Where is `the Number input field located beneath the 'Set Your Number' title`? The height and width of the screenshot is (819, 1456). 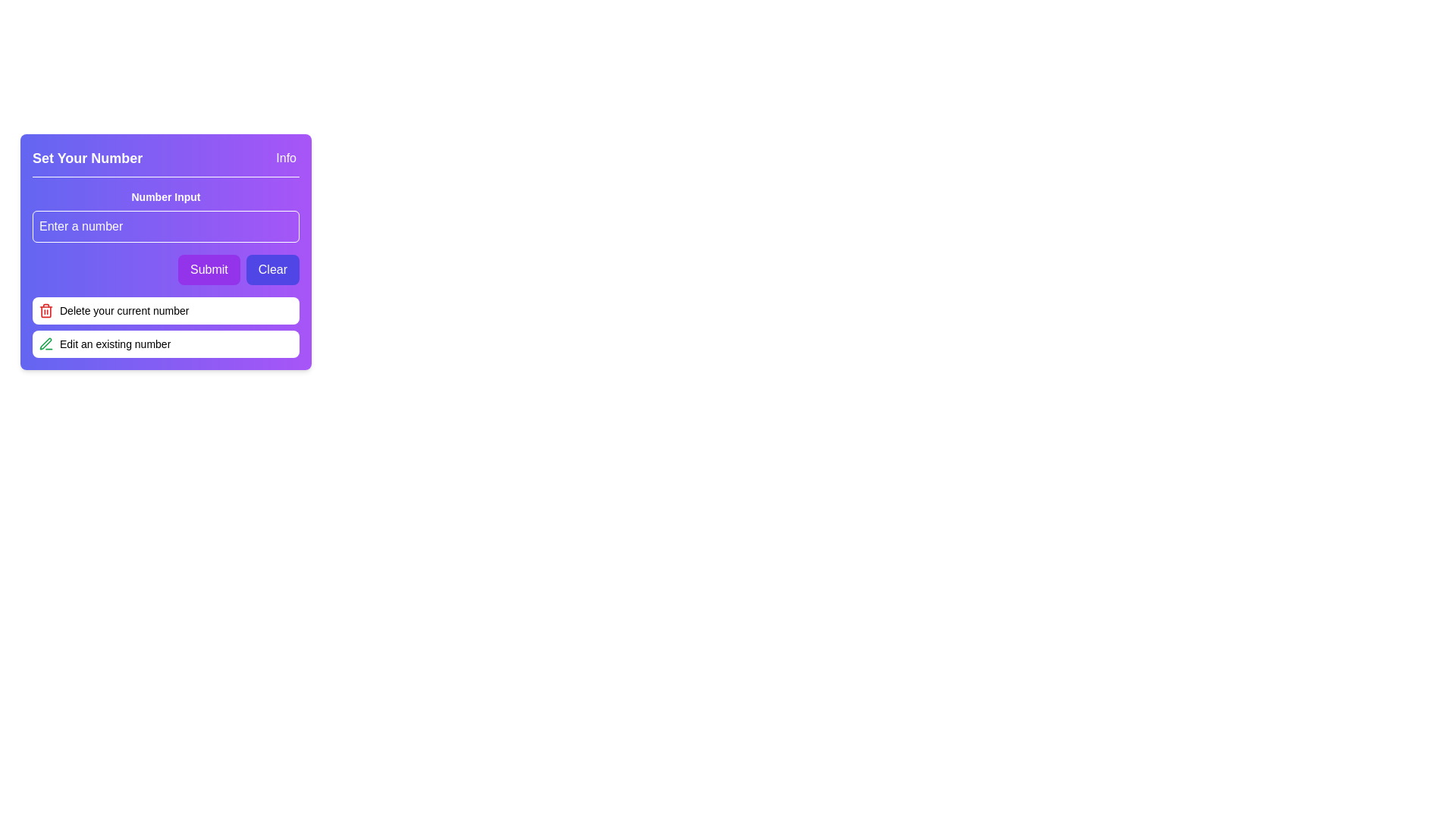
the Number input field located beneath the 'Set Your Number' title is located at coordinates (166, 227).